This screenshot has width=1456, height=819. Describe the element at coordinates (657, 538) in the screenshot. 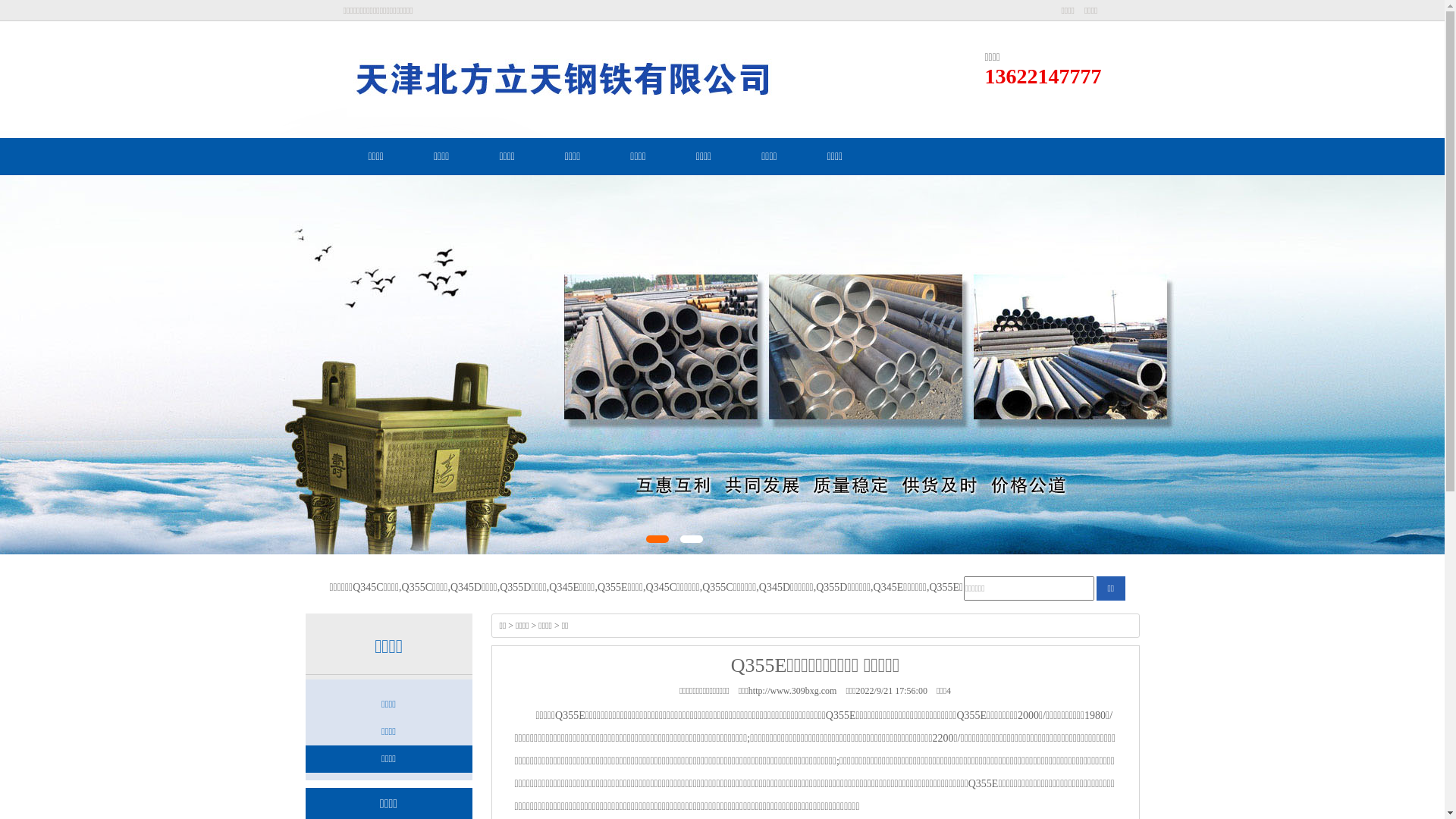

I see `'1'` at that location.